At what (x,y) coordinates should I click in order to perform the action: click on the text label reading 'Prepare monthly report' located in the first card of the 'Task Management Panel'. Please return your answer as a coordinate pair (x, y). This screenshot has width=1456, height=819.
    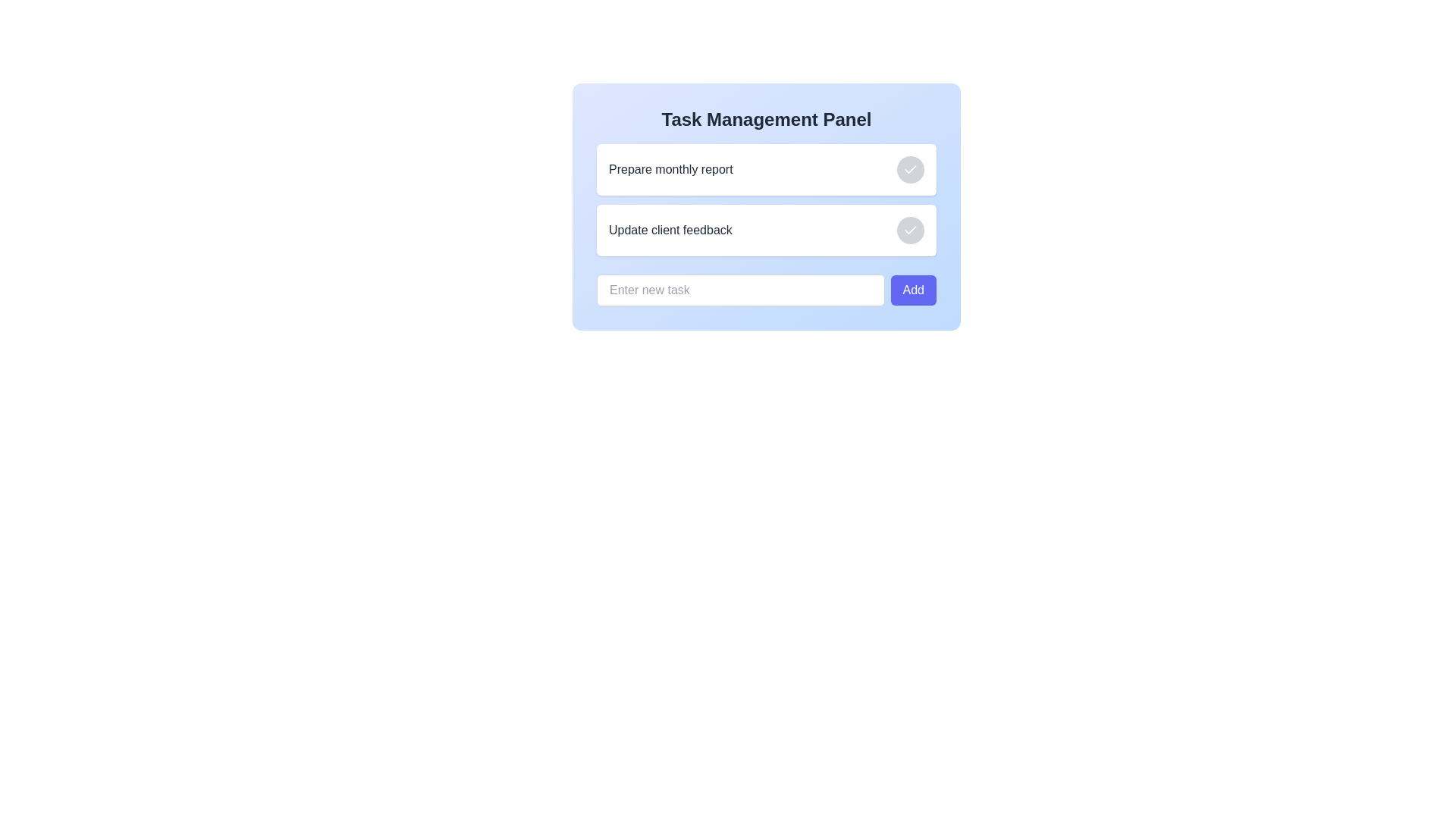
    Looking at the image, I should click on (670, 169).